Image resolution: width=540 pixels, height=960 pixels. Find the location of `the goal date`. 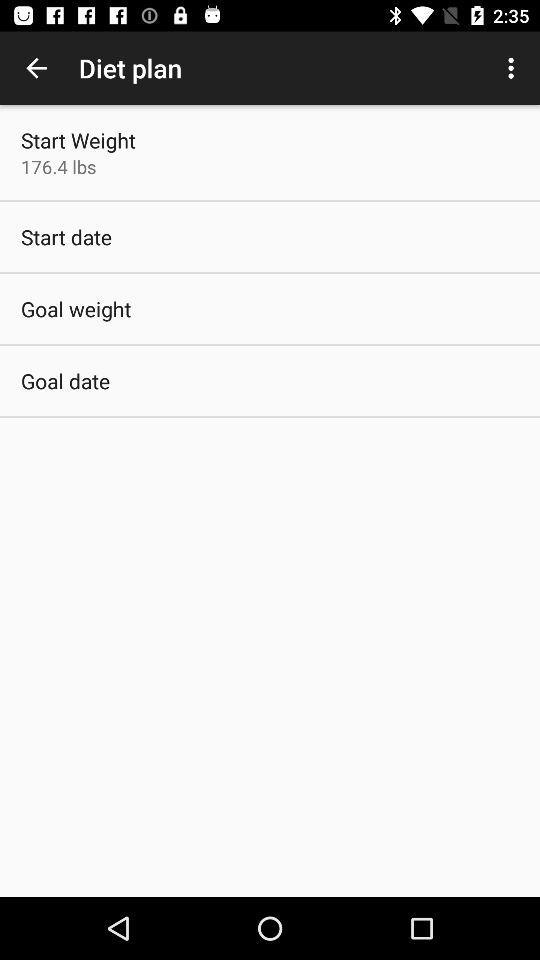

the goal date is located at coordinates (65, 380).